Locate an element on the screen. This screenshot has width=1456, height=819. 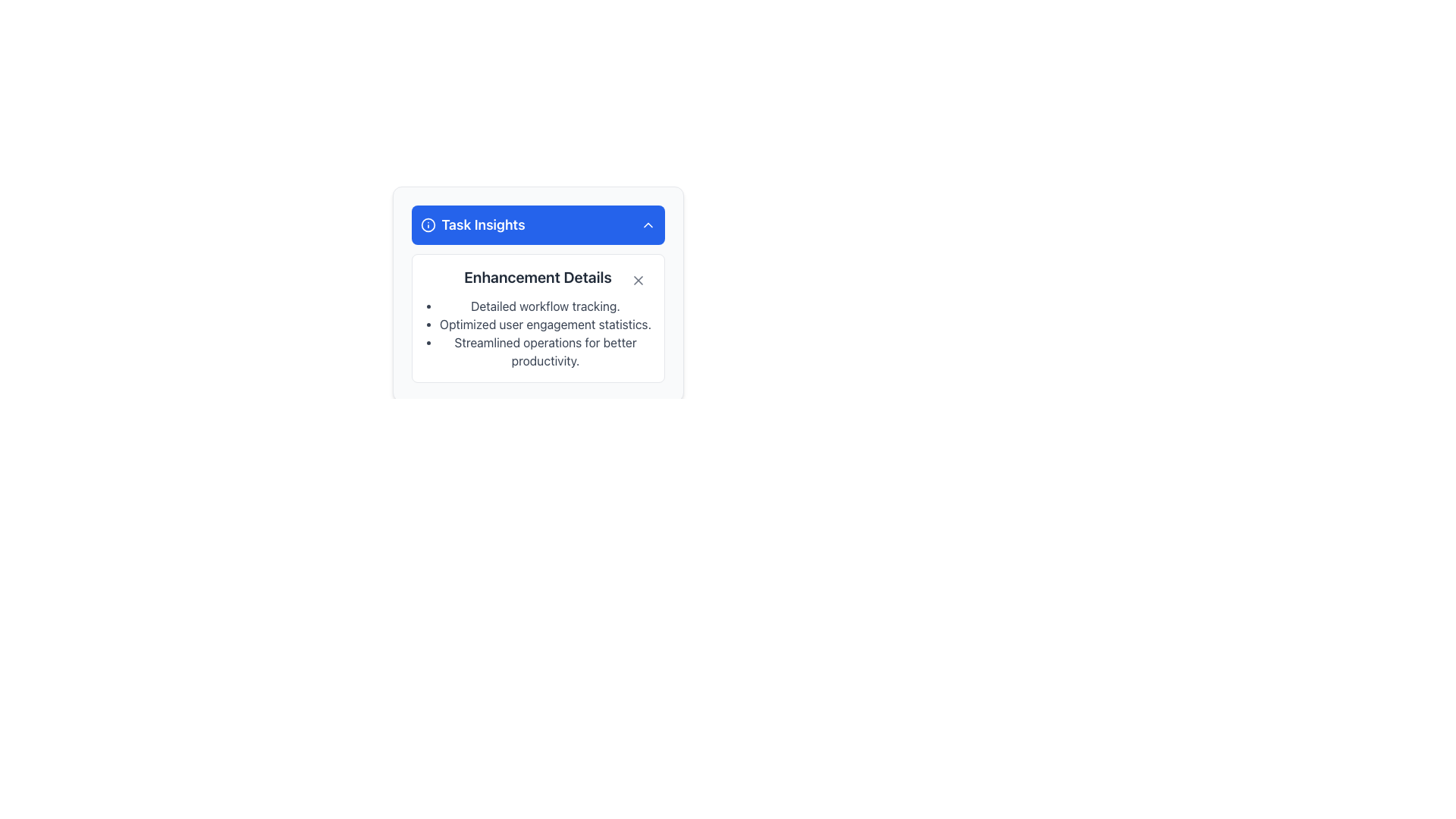
the small gray 'X' icon in the top-right corner of the 'Enhancement Details' section is located at coordinates (638, 281).